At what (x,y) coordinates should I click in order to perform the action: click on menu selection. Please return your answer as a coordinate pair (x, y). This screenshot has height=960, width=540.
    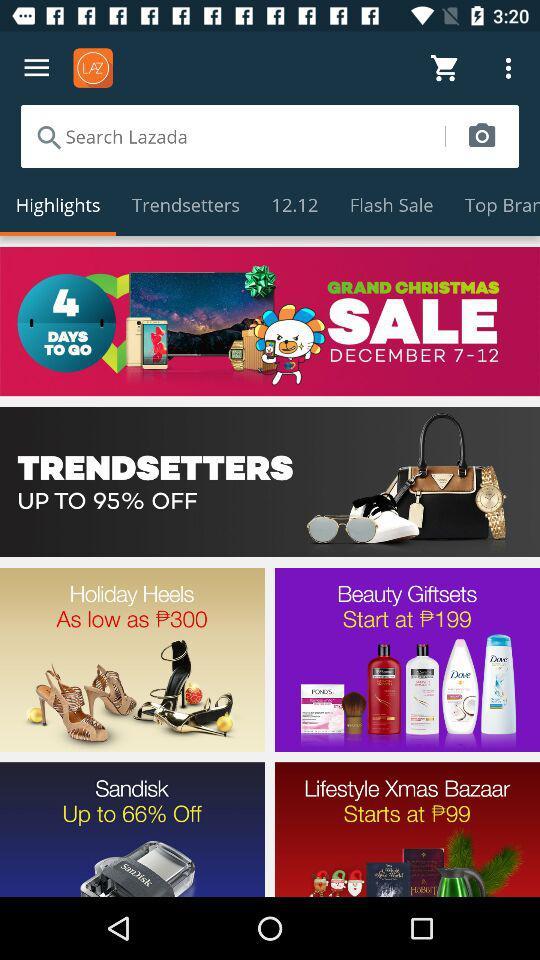
    Looking at the image, I should click on (270, 481).